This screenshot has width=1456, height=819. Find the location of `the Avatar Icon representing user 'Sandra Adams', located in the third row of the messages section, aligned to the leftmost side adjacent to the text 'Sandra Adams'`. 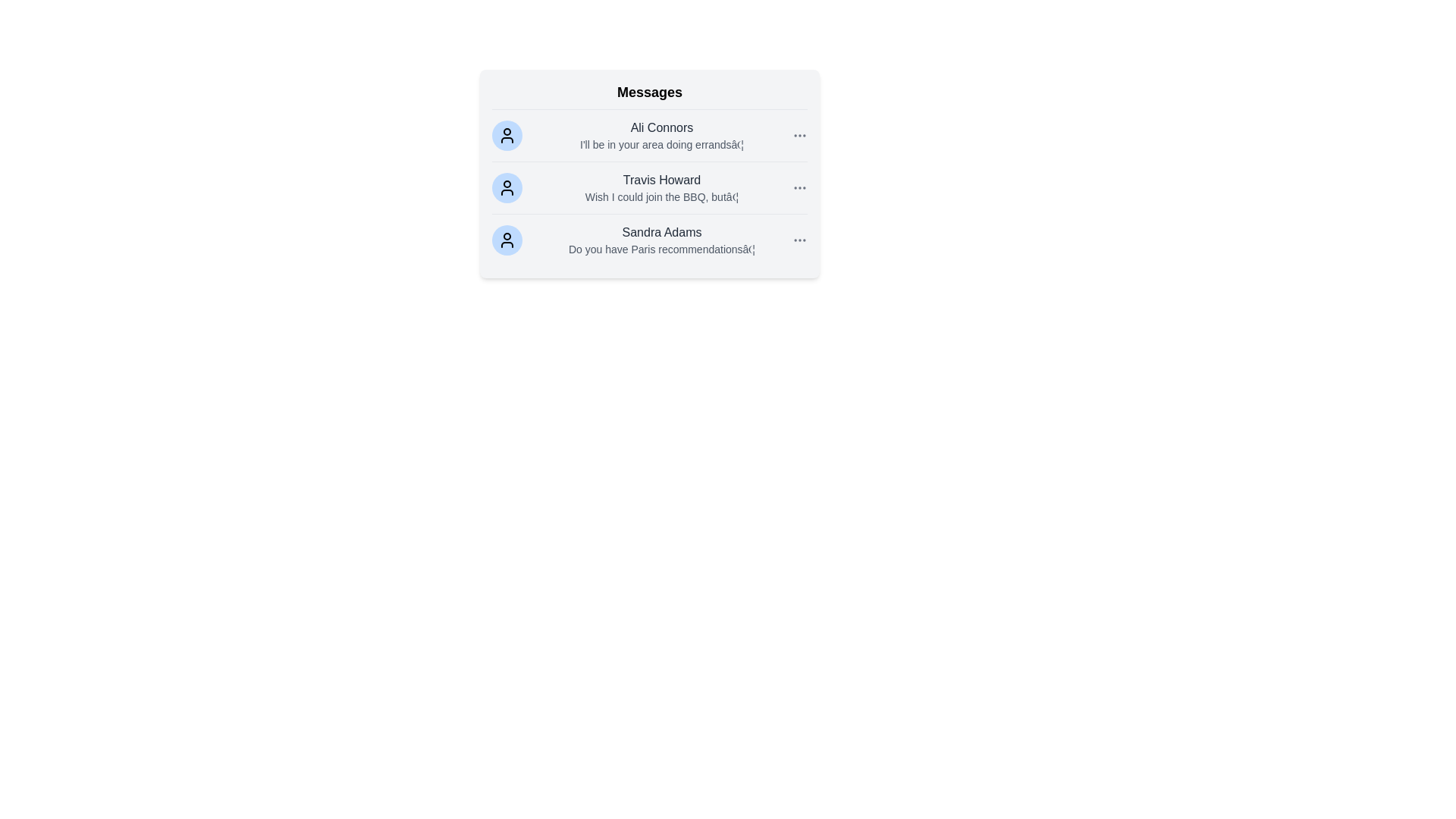

the Avatar Icon representing user 'Sandra Adams', located in the third row of the messages section, aligned to the leftmost side adjacent to the text 'Sandra Adams' is located at coordinates (507, 239).